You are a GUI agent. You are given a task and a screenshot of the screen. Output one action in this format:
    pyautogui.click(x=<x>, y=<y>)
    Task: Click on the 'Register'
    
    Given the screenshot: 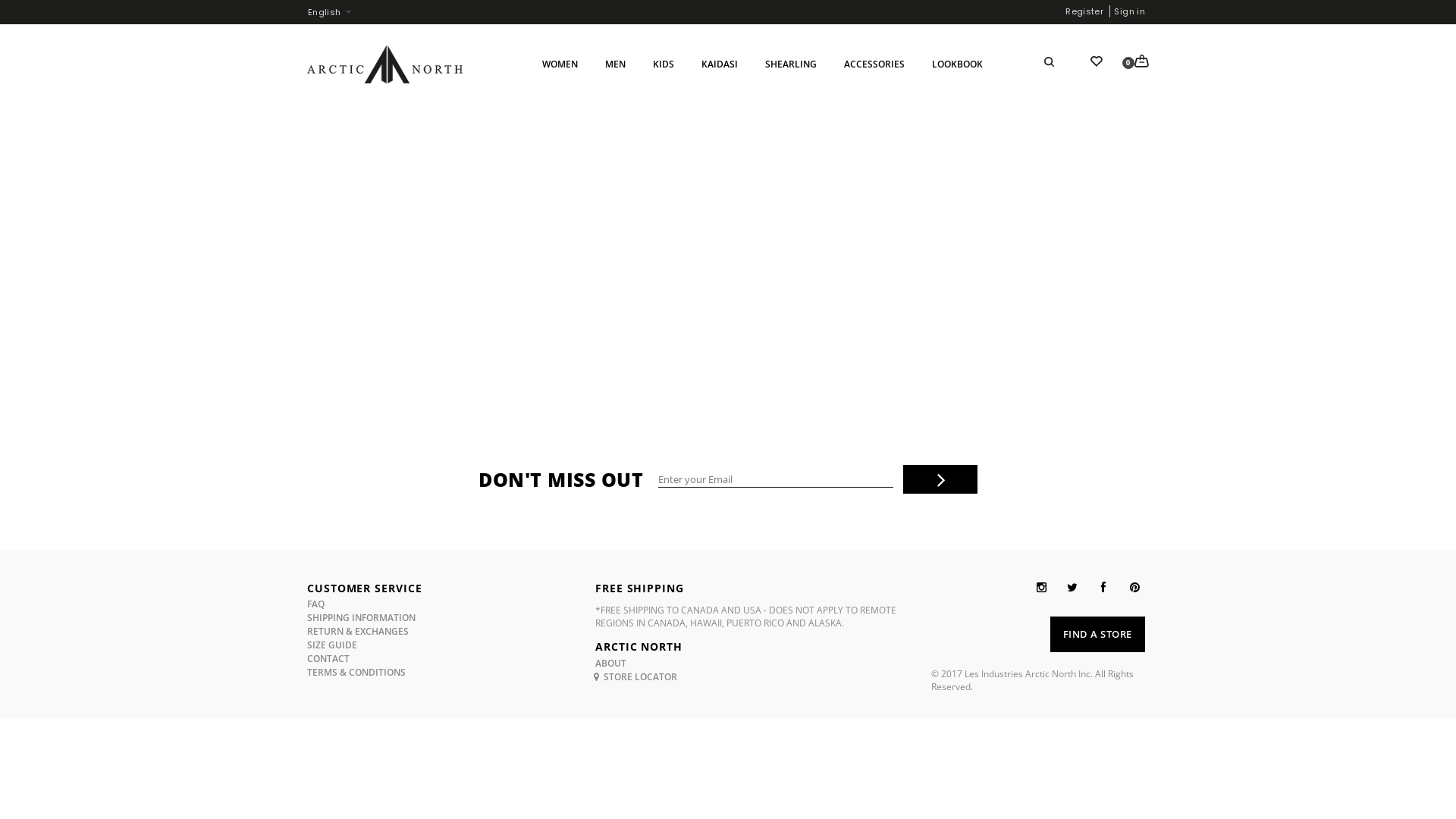 What is the action you would take?
    pyautogui.click(x=1084, y=11)
    